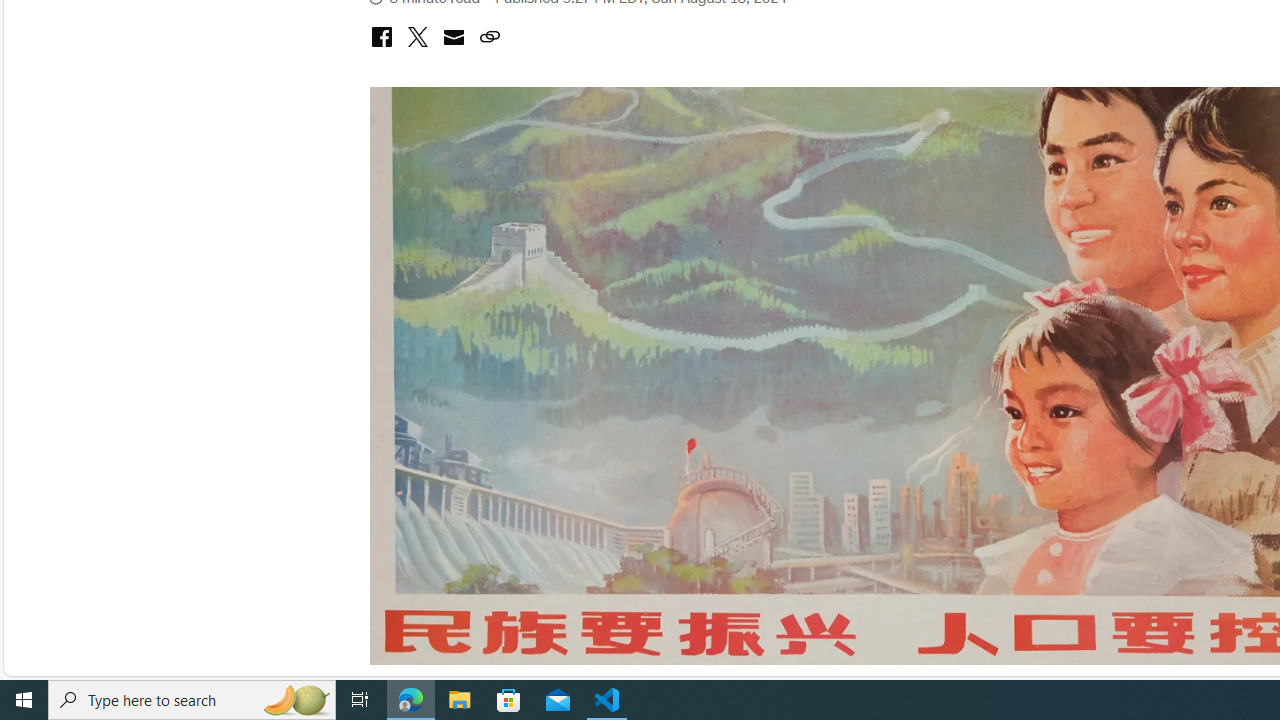  I want to click on 'Class: icon-social-twitter', so click(416, 37).